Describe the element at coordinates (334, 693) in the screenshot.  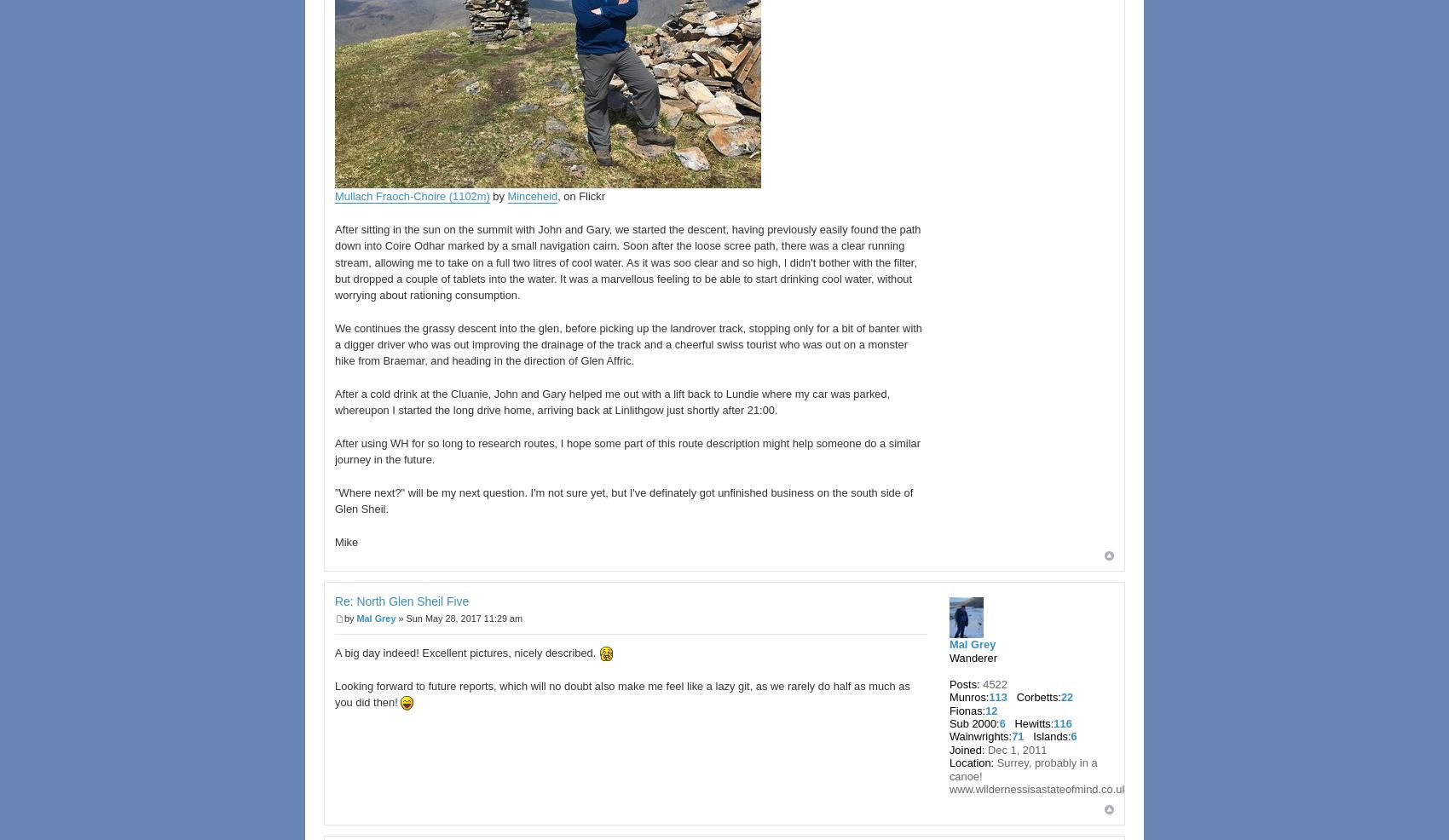
I see `'Looking forward to future reports, which will no doubt also make me feel like a lazy git, as we rarely do half as much as you did then!'` at that location.